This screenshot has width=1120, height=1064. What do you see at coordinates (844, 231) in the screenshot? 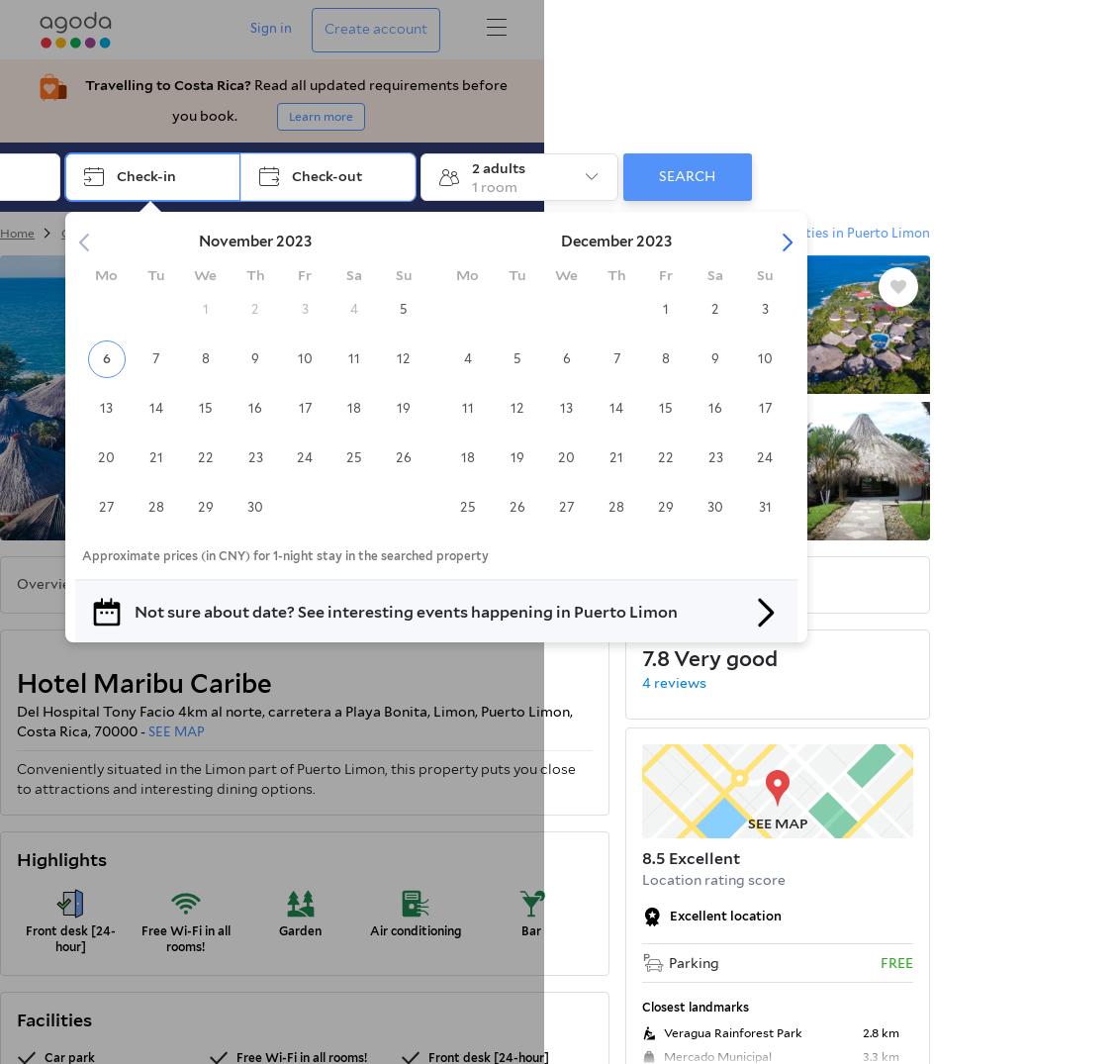
I see `'properties in Puerto Limon'` at bounding box center [844, 231].